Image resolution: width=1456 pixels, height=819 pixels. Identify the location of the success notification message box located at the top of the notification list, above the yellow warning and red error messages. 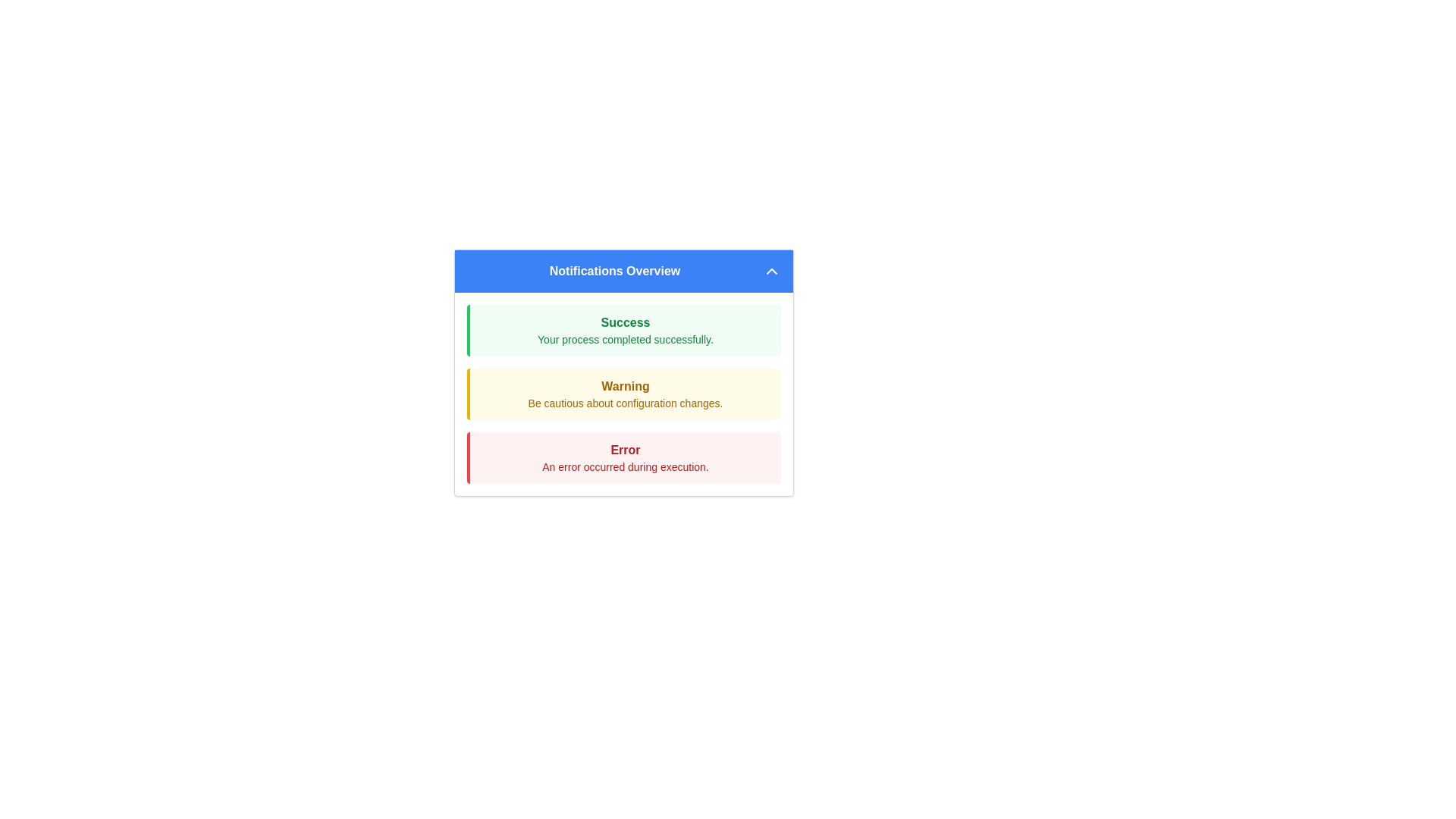
(623, 329).